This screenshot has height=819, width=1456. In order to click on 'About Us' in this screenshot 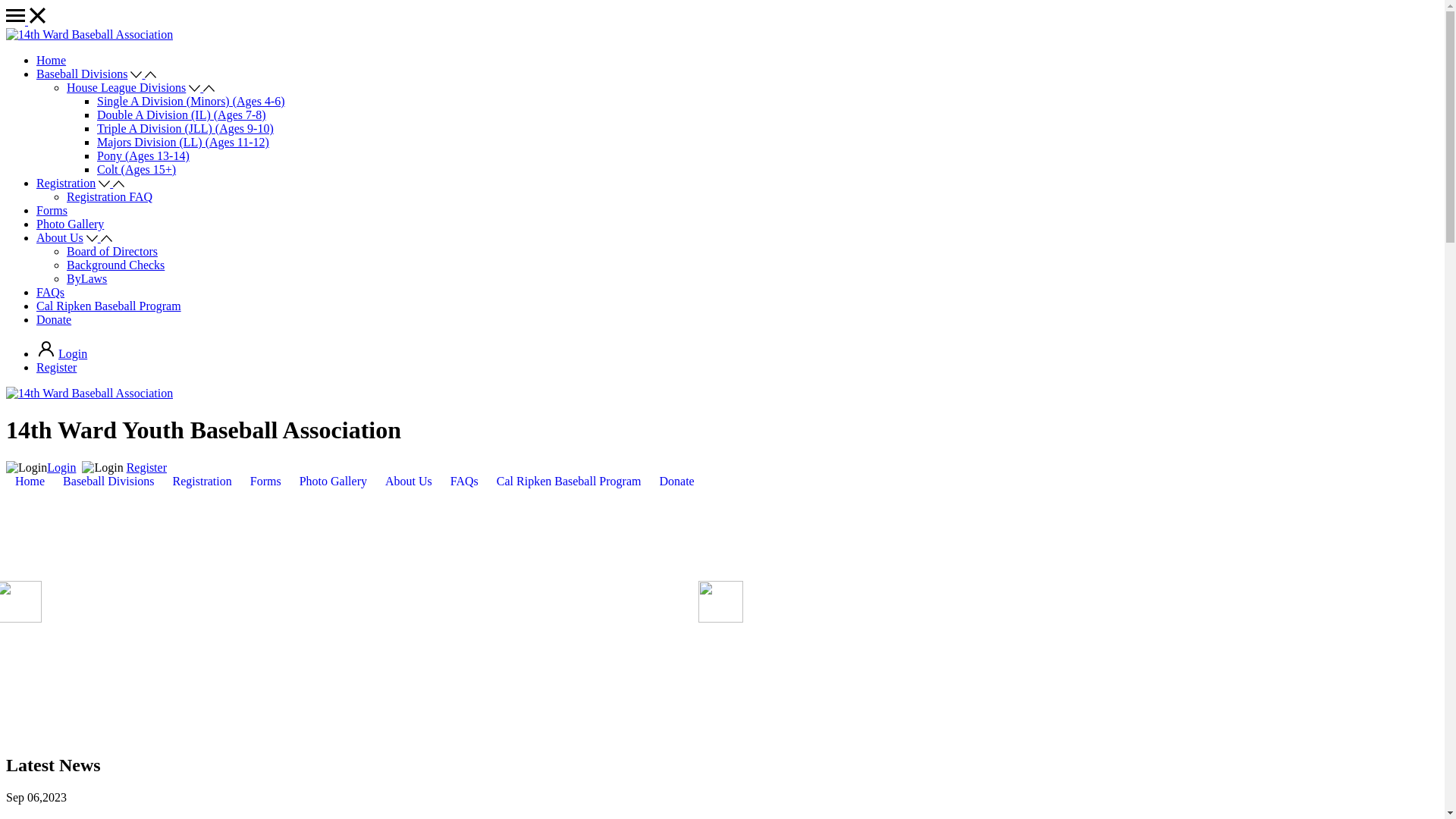, I will do `click(59, 237)`.